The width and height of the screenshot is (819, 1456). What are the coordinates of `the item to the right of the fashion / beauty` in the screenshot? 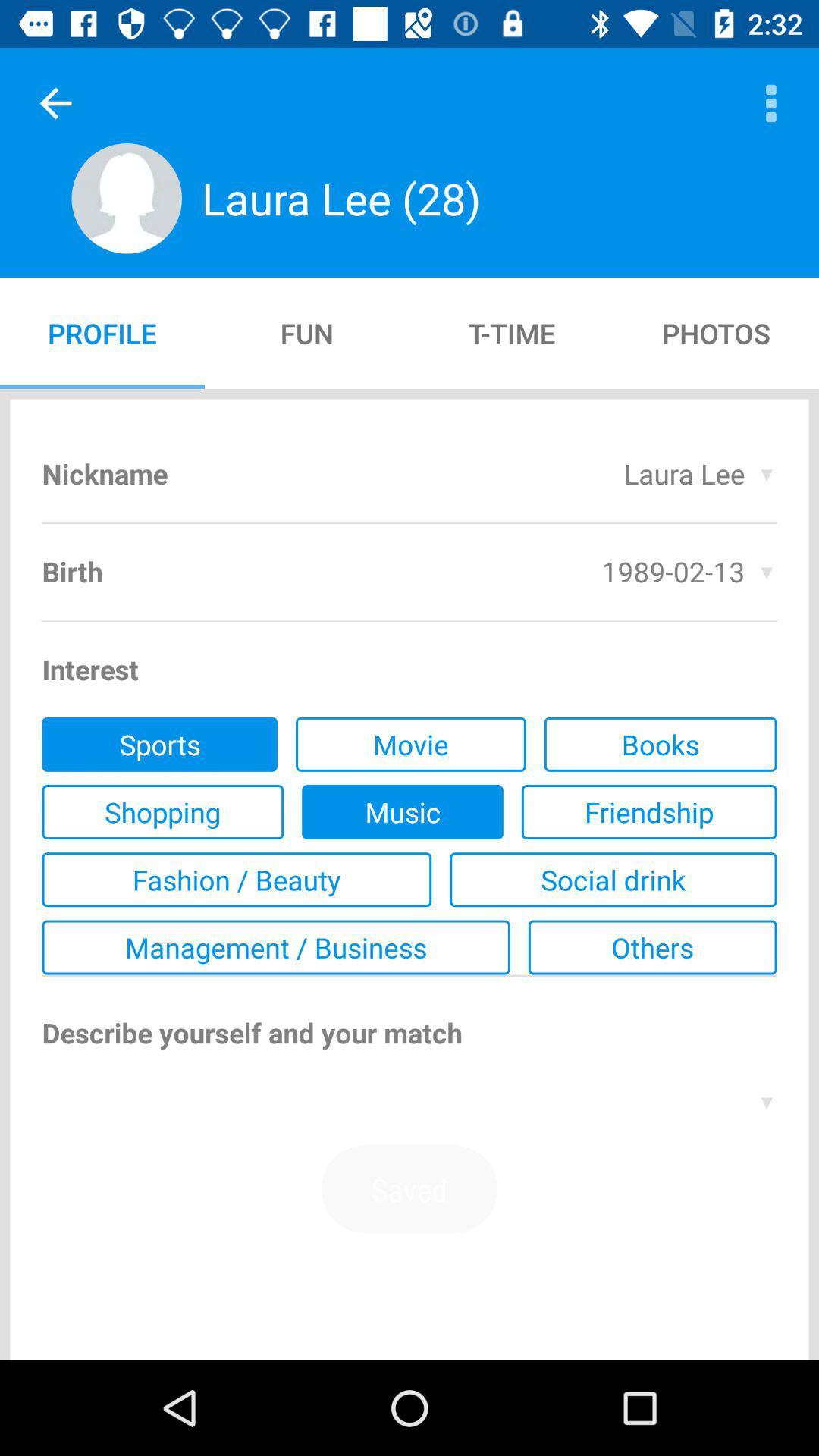 It's located at (612, 880).